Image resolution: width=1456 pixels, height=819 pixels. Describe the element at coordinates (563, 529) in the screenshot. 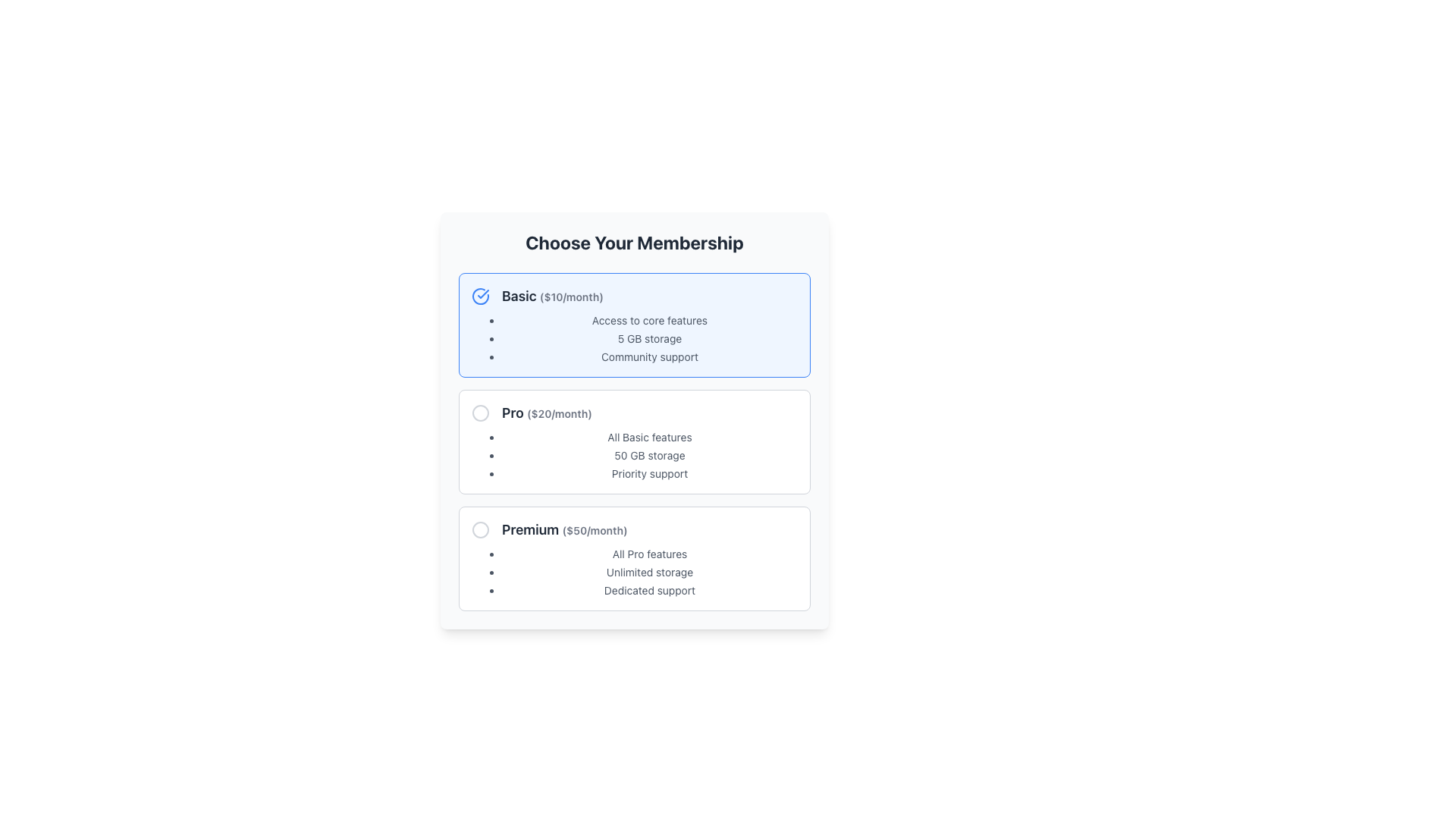

I see `the 'Premium ($50/month)' text label, which is the third membership option in a vertical list, styled with bold and large font` at that location.